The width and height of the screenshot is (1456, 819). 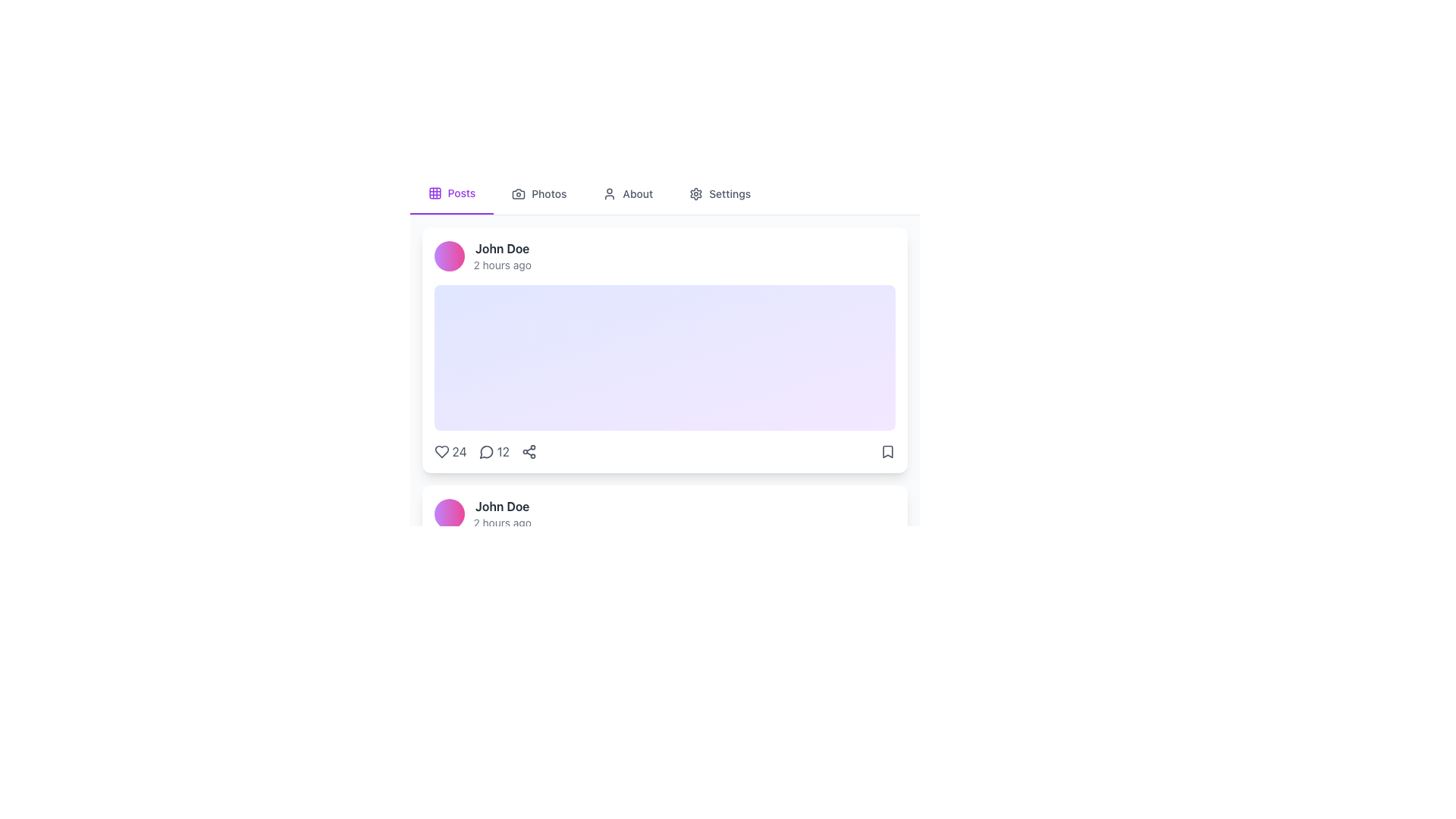 What do you see at coordinates (519, 193) in the screenshot?
I see `the camera icon representing the 'Photos' tab in the navigation bar, which is positioned second from the left among other tabs` at bounding box center [519, 193].